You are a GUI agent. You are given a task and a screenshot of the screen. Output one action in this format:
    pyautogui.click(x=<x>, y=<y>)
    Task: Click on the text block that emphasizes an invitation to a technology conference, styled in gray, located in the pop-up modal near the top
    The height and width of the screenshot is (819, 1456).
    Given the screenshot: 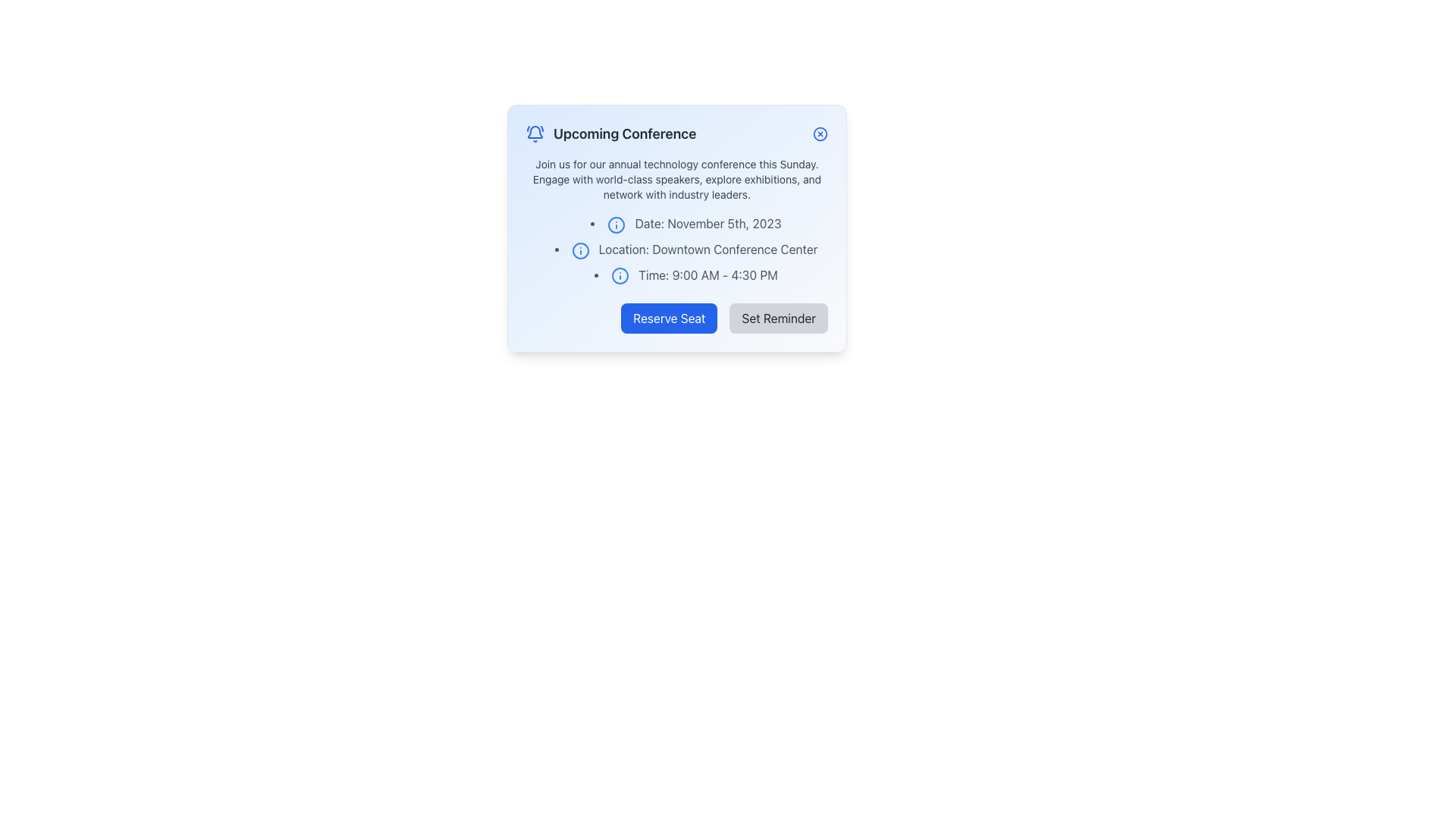 What is the action you would take?
    pyautogui.click(x=676, y=178)
    